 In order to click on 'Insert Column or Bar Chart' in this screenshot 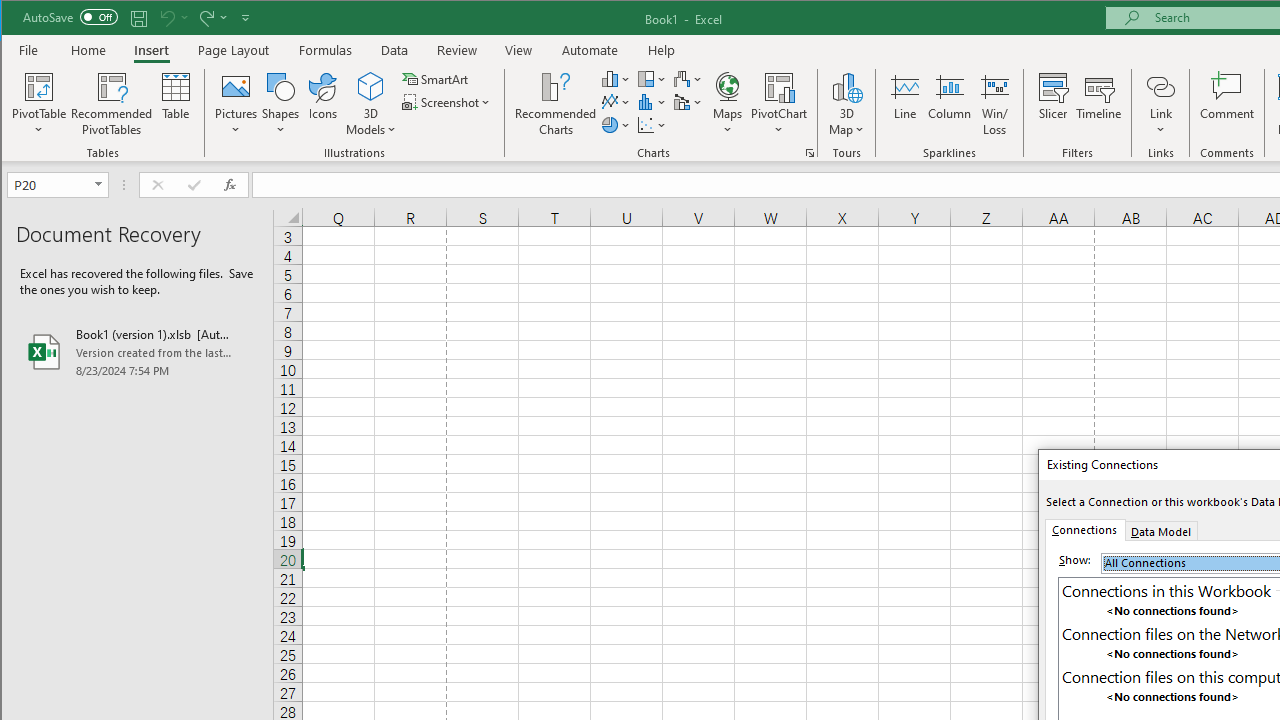, I will do `click(615, 78)`.